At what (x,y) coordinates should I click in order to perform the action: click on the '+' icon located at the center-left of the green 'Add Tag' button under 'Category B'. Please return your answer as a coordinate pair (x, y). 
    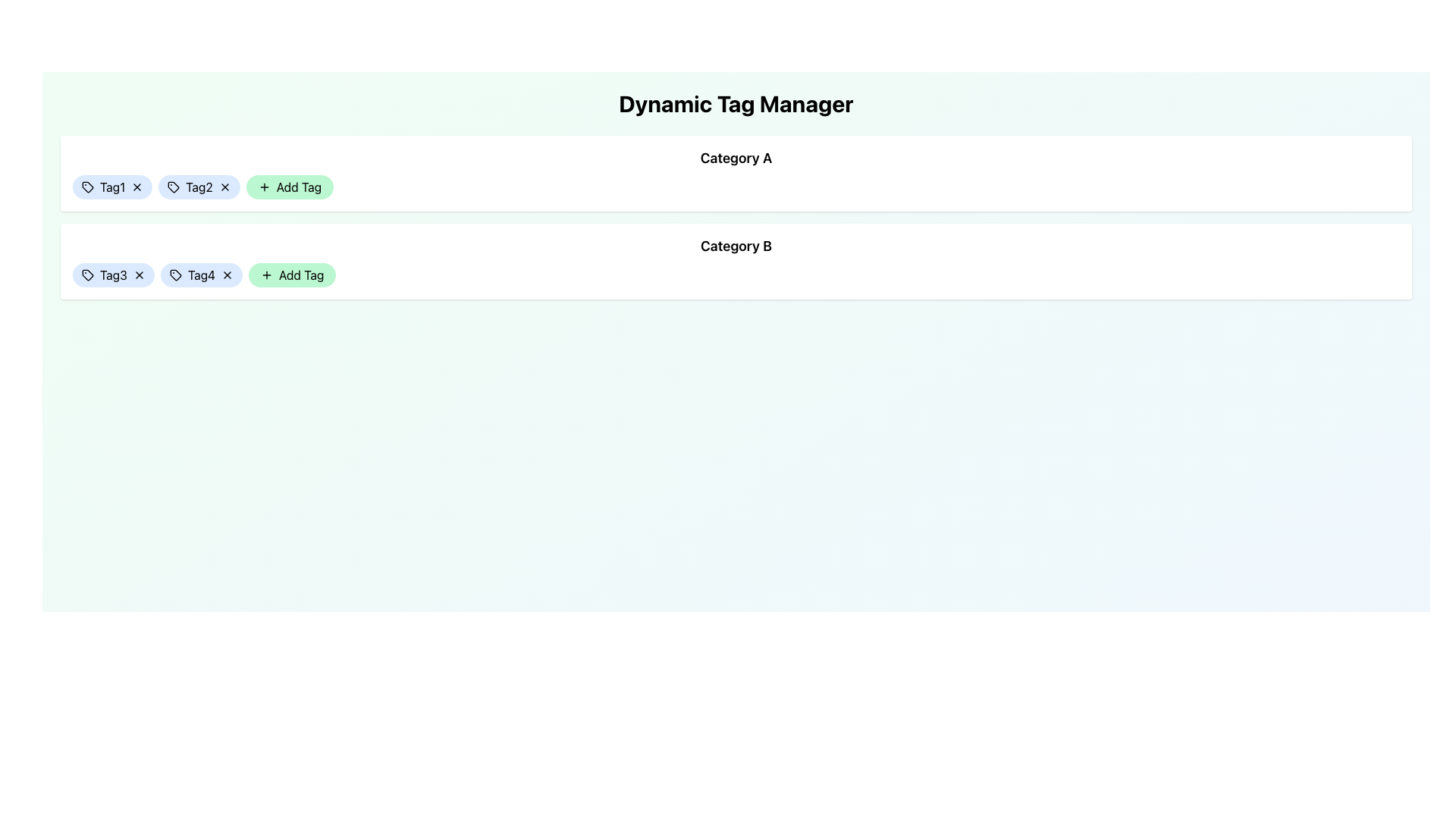
    Looking at the image, I should click on (266, 275).